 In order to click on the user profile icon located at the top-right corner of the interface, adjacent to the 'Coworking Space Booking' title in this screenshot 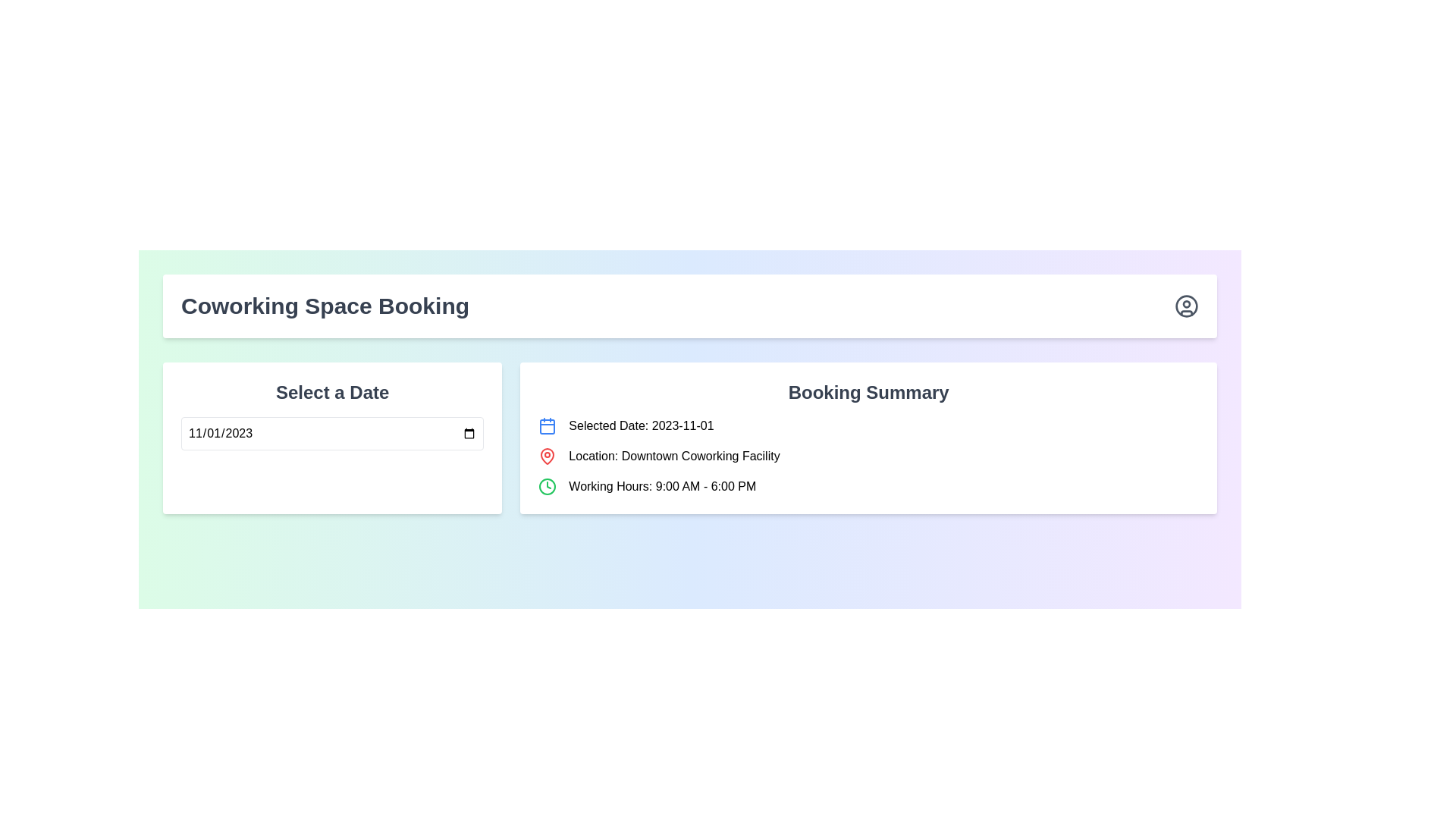, I will do `click(1185, 306)`.